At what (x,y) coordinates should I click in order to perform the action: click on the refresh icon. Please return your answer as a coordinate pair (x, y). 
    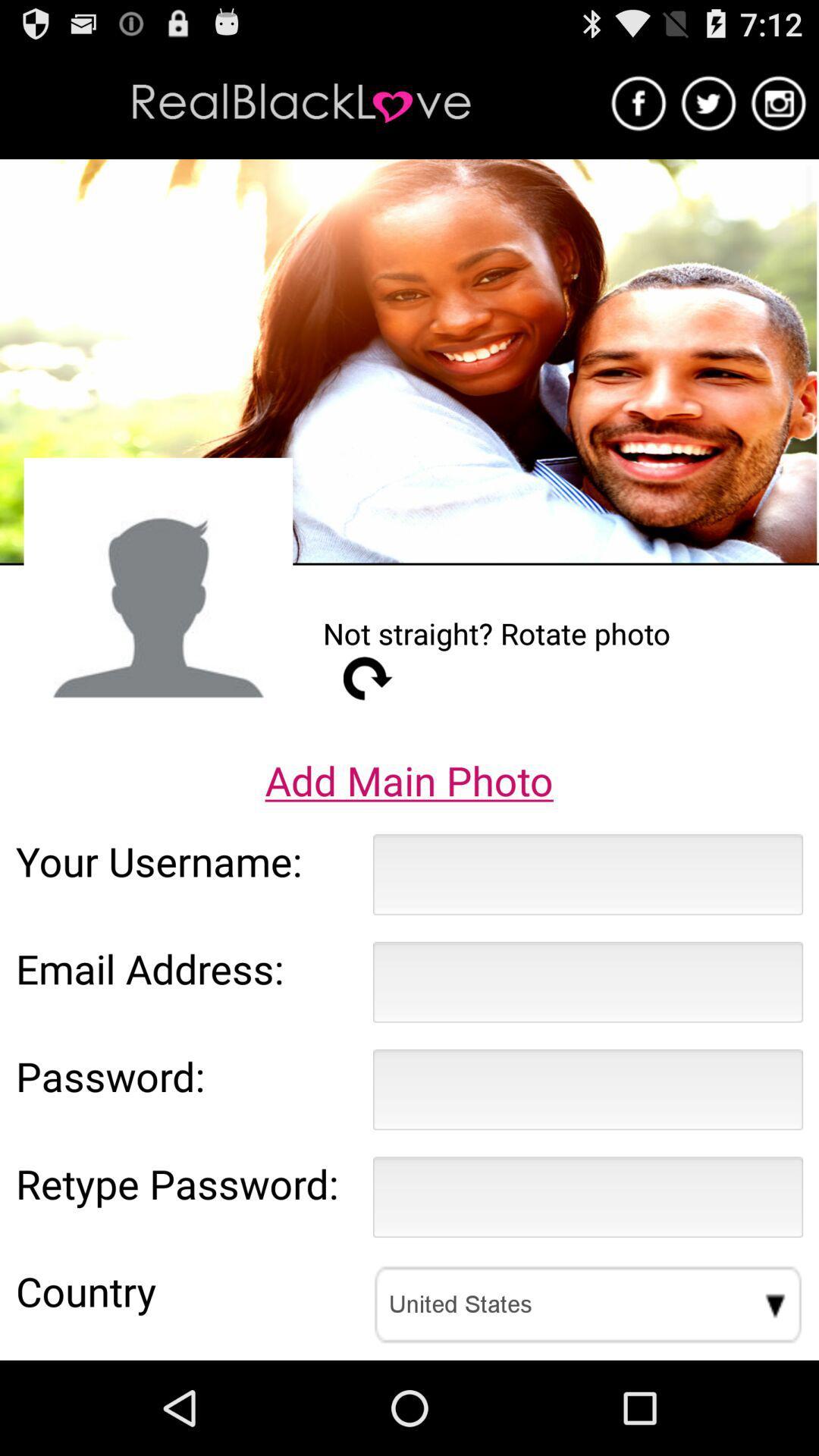
    Looking at the image, I should click on (368, 725).